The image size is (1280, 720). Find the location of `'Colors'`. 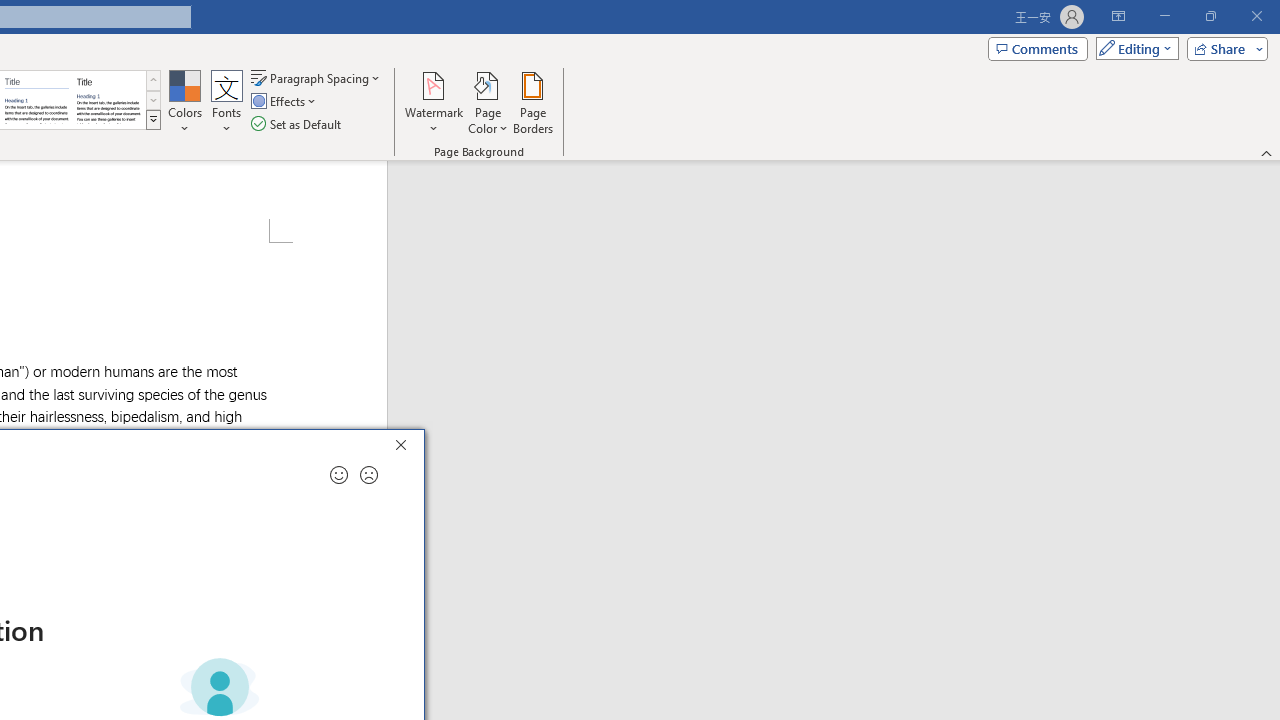

'Colors' is located at coordinates (184, 103).